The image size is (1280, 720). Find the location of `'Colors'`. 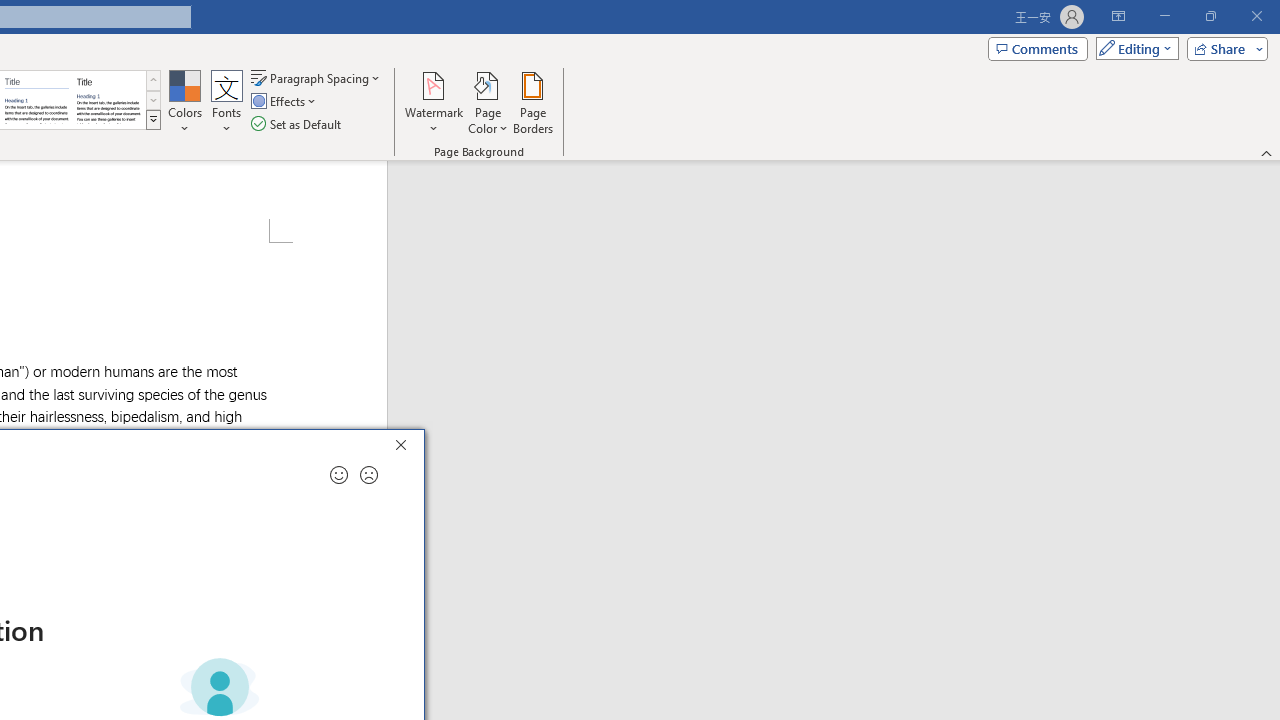

'Colors' is located at coordinates (184, 103).